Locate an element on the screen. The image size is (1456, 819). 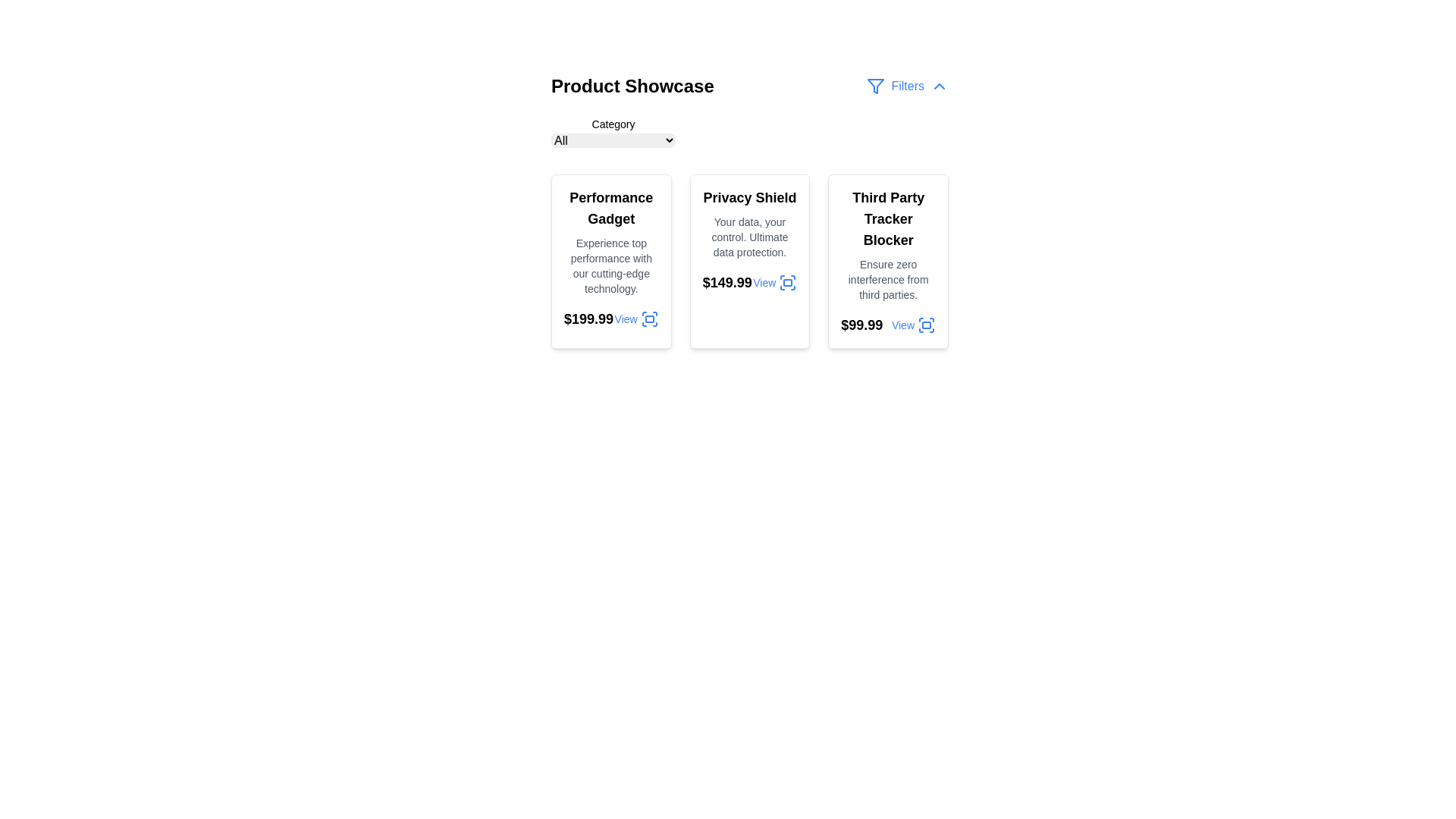
the filter icon located to the left of the 'Filters' text in the upper right section of the interface is located at coordinates (876, 86).